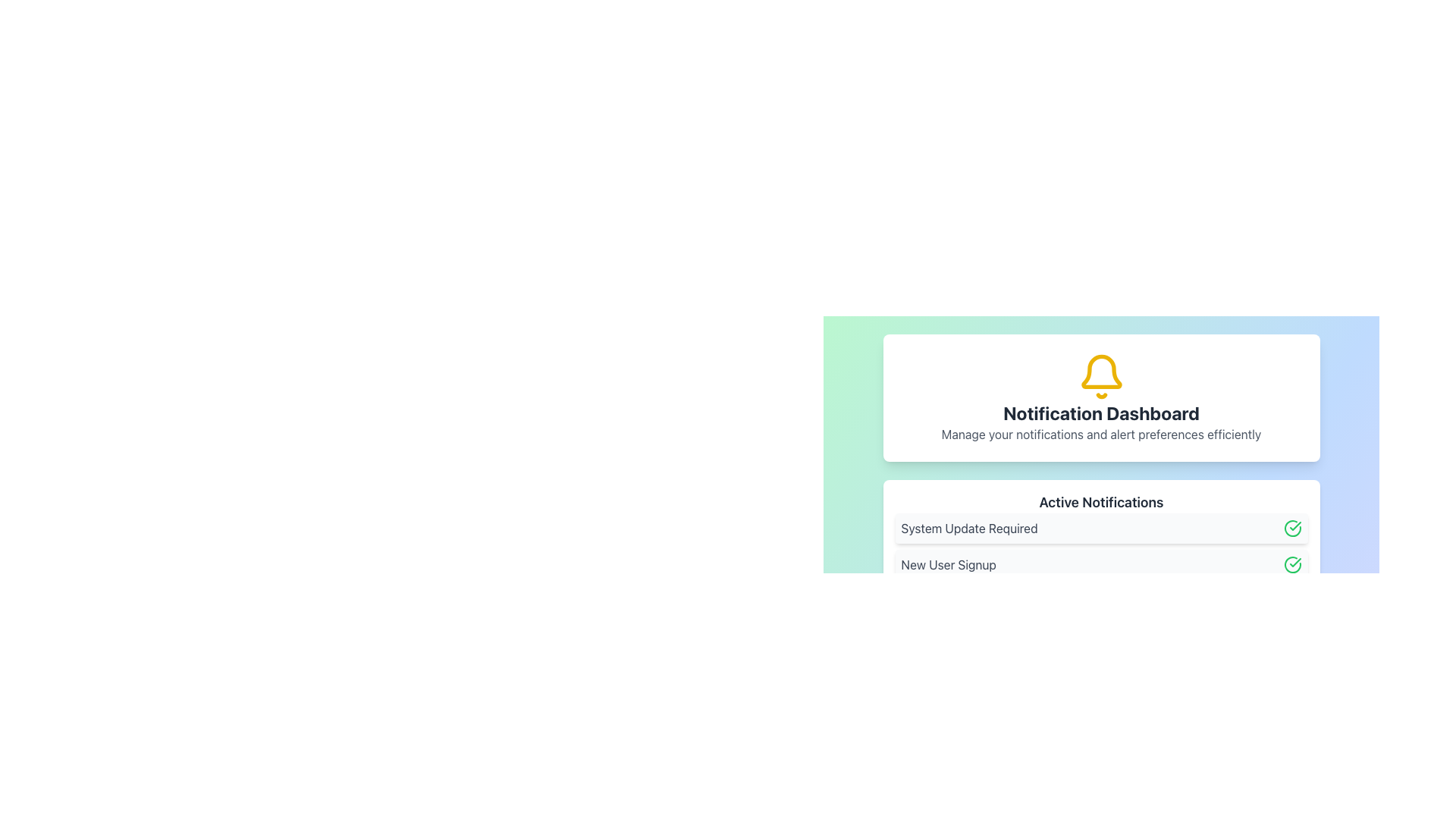  I want to click on the Icon Indicator located on the right side of the 'New User Signup' notification in the 'Active Notifications' section, so click(1294, 526).